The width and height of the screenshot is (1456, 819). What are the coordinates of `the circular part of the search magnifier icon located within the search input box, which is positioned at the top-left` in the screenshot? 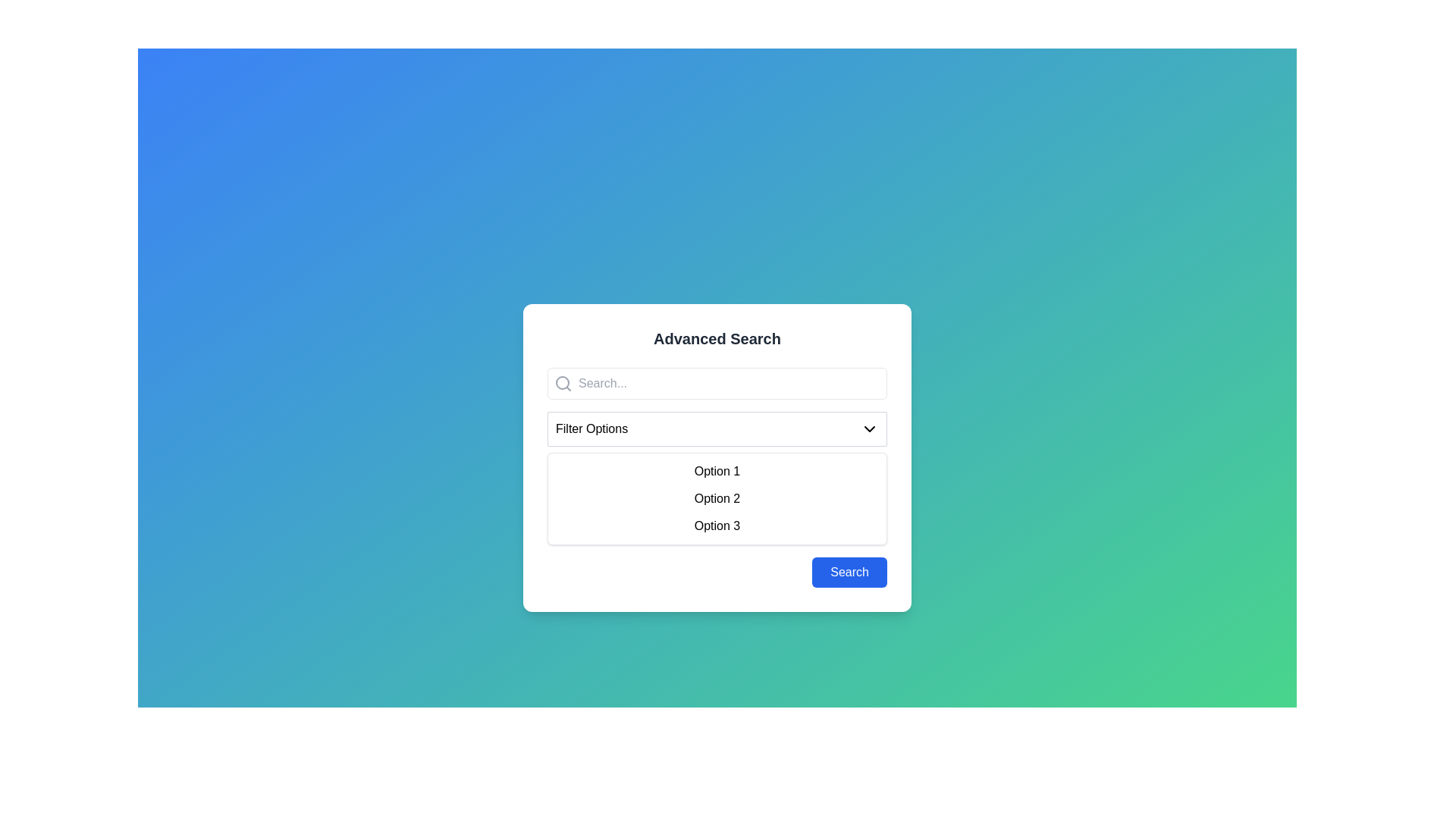 It's located at (562, 382).